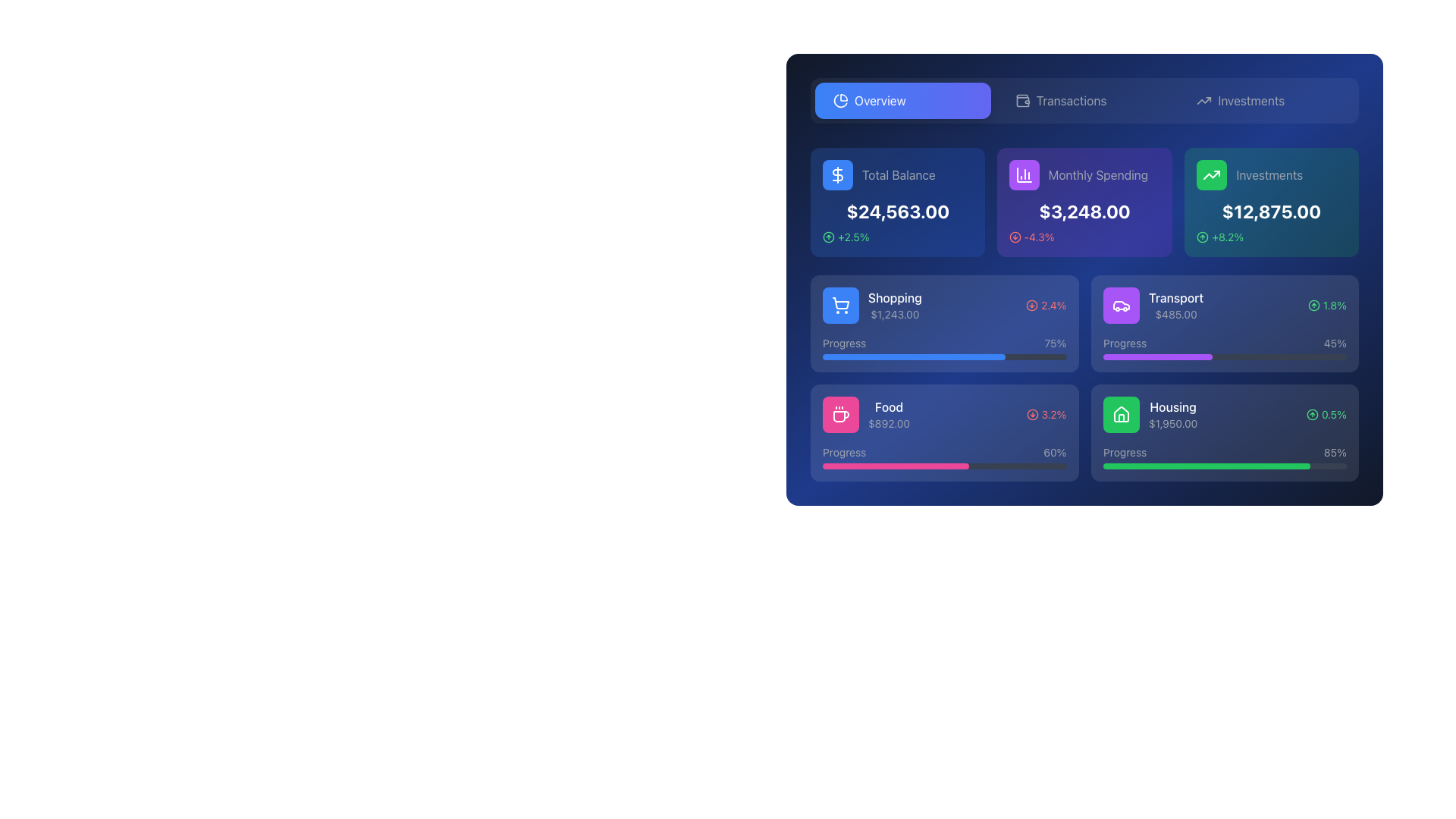 The width and height of the screenshot is (1456, 819). What do you see at coordinates (902, 100) in the screenshot?
I see `the navigational button located at the top-left of the horizontal navigation bar` at bounding box center [902, 100].